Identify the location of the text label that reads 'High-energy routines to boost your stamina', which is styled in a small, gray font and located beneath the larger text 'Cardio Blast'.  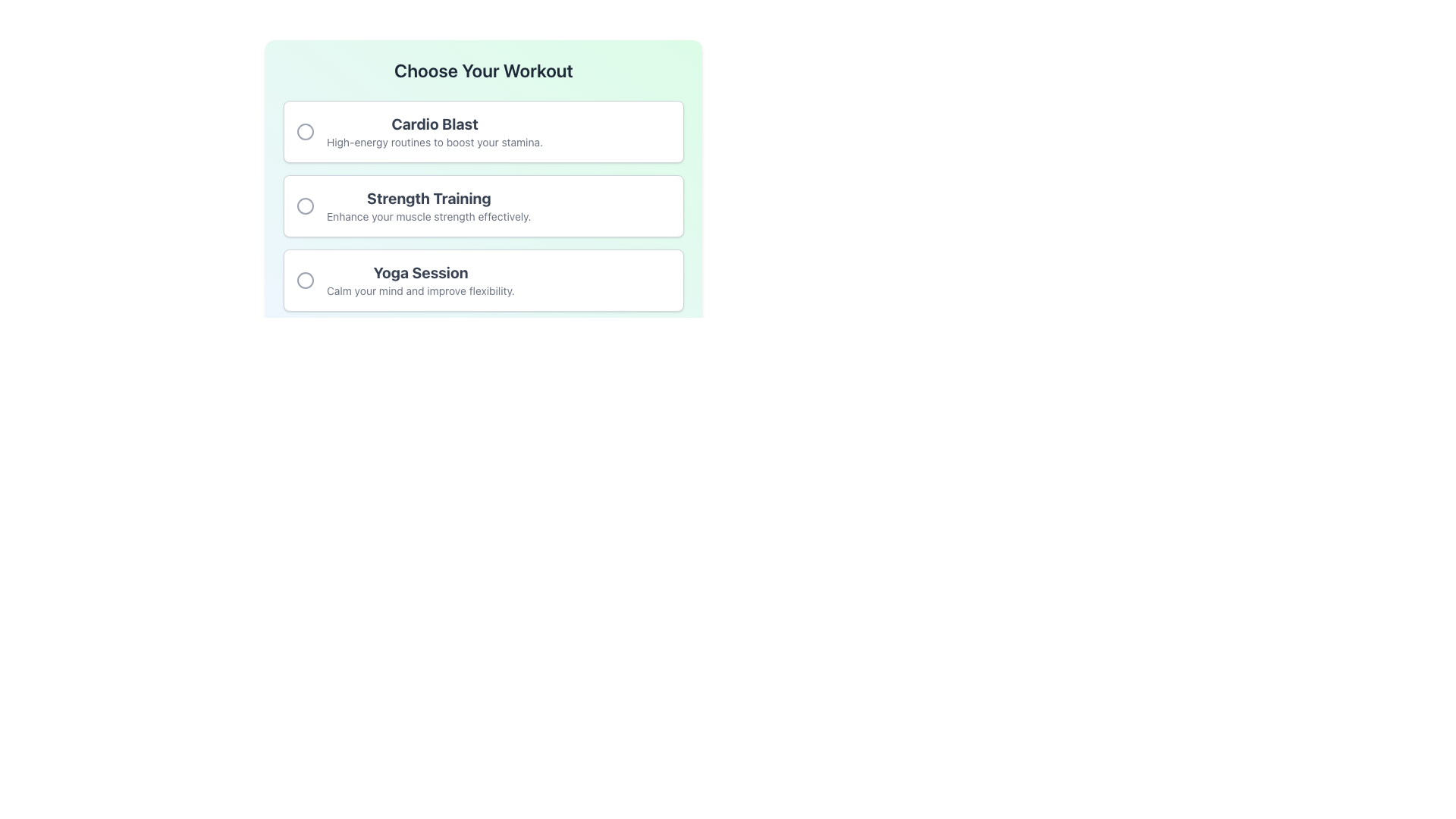
(434, 143).